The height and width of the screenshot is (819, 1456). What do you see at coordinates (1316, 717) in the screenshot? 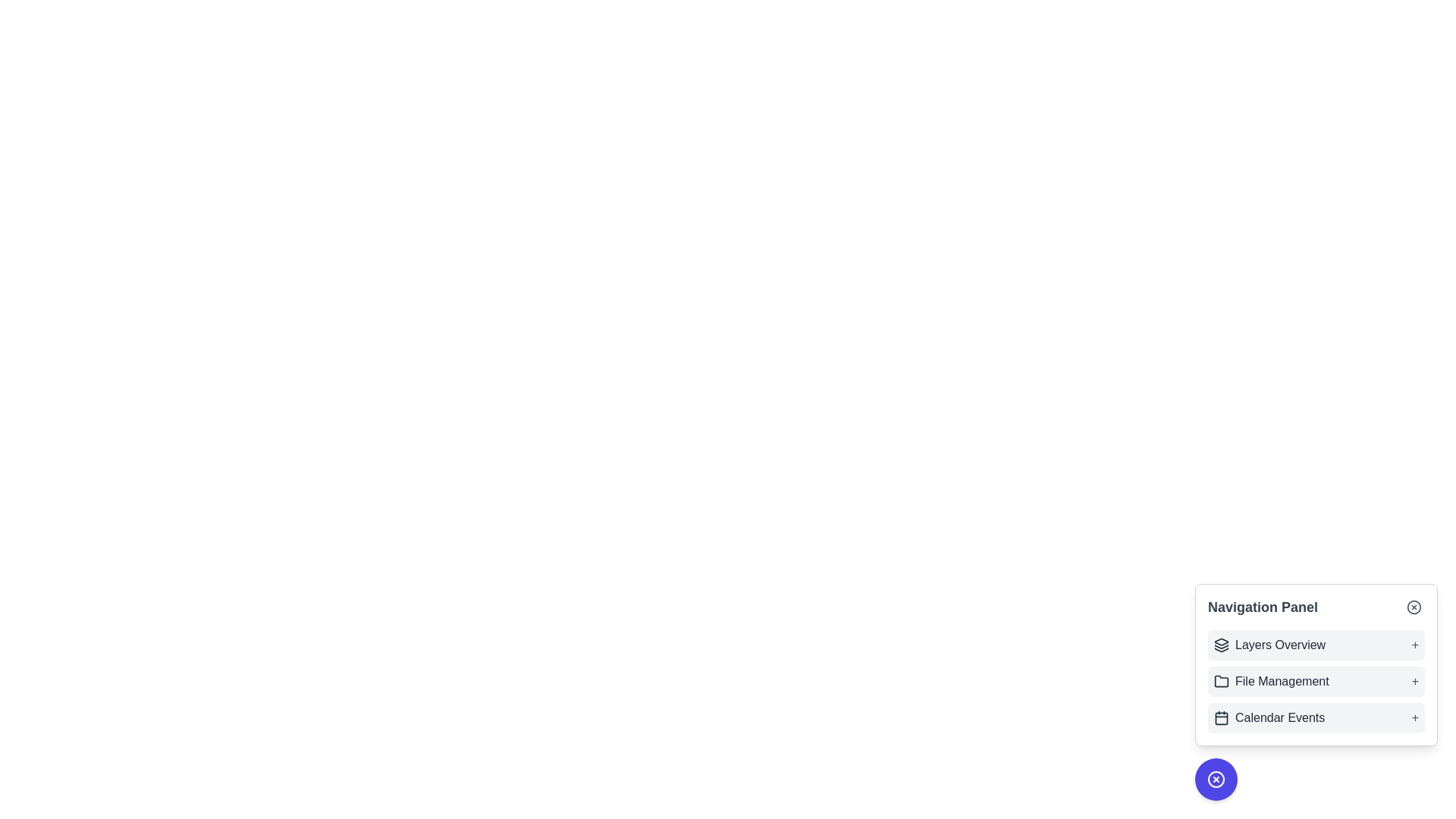
I see `the List item containing the calendar icon and the text 'Calendar Events'` at bounding box center [1316, 717].